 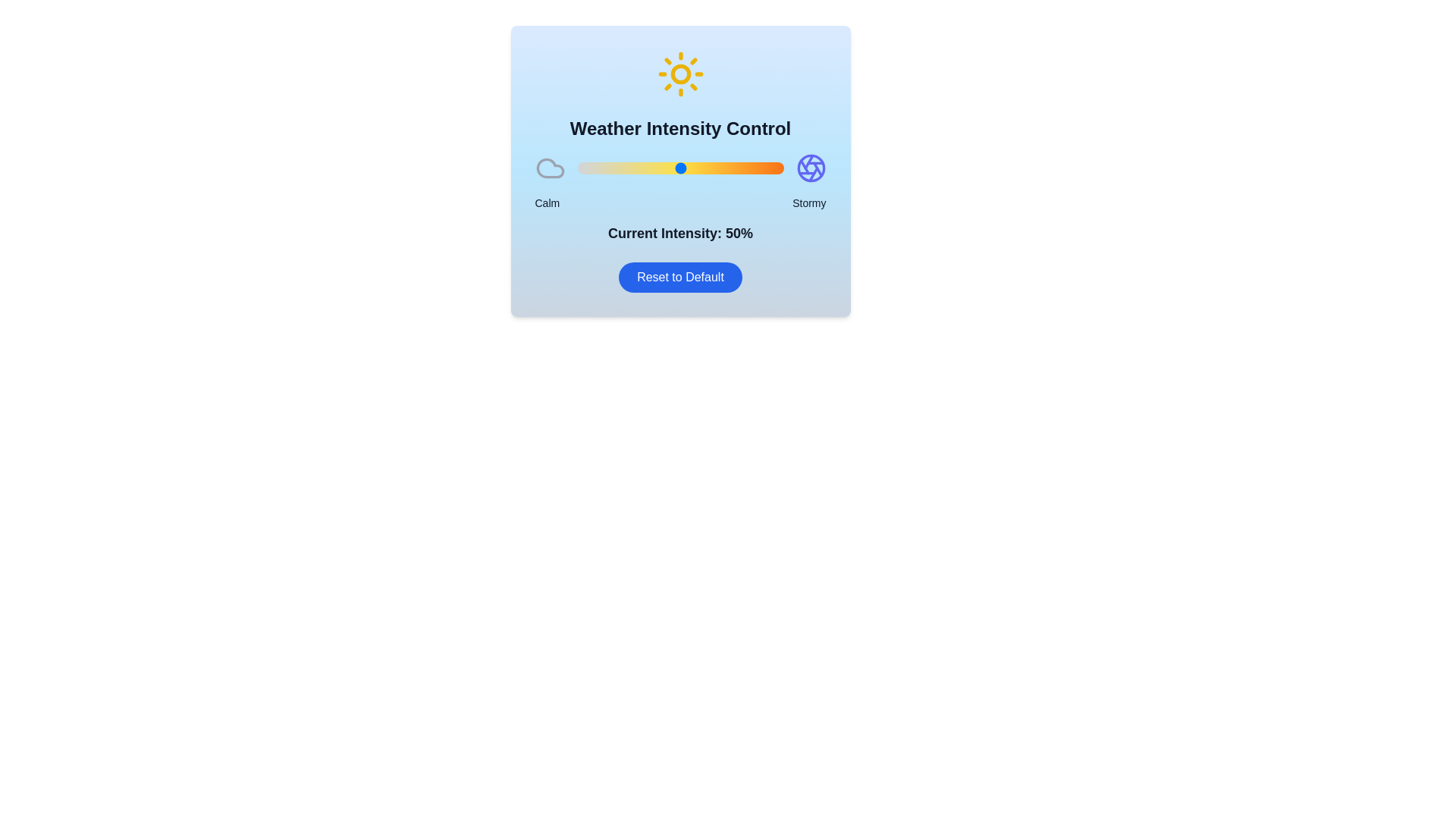 I want to click on the text displaying the current intensity value, so click(x=679, y=234).